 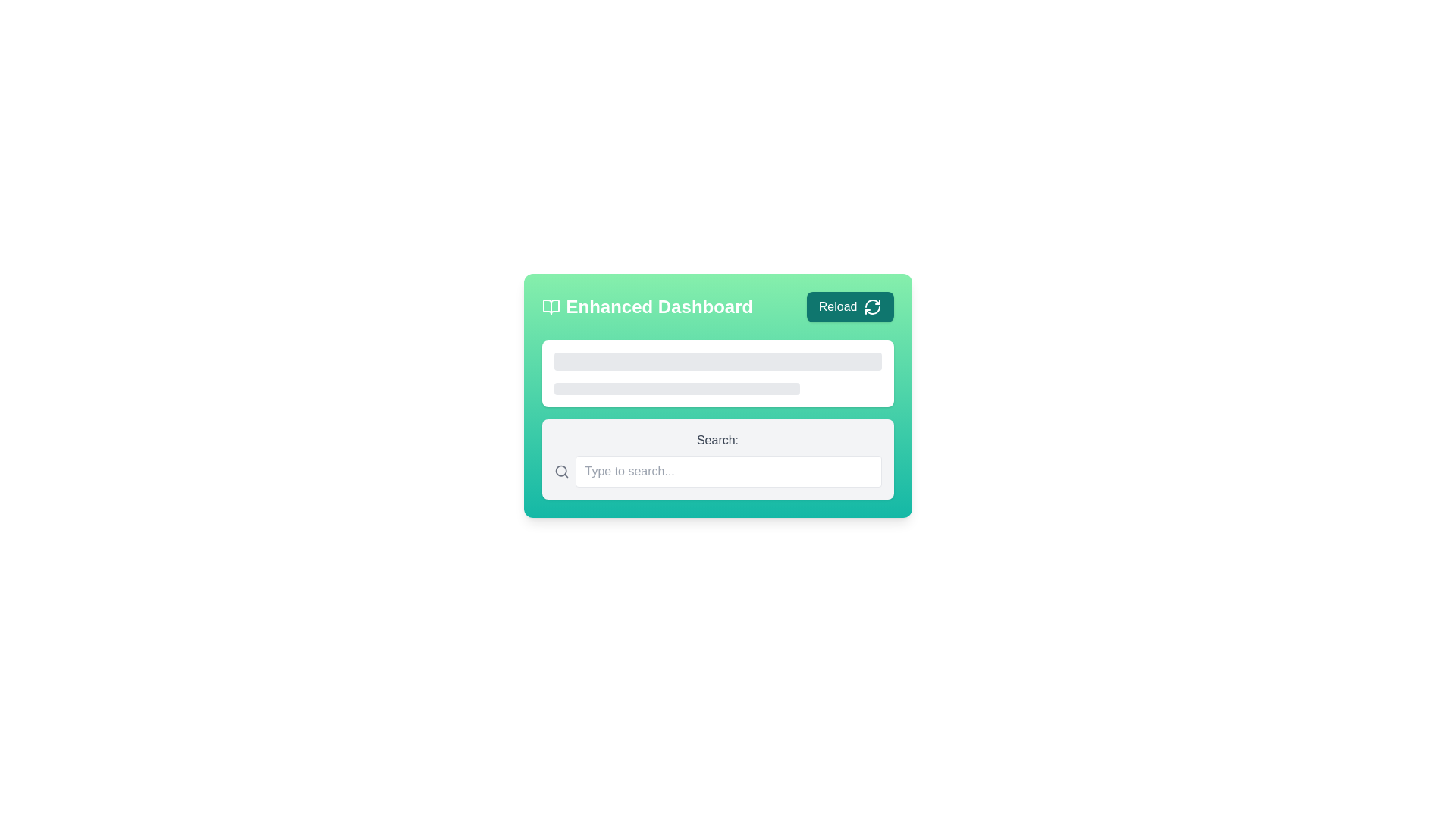 What do you see at coordinates (560, 470) in the screenshot?
I see `the circular graphical element that is part of the search icon in the search bar located at the bottom left of the input field labeled 'Type to search...'` at bounding box center [560, 470].